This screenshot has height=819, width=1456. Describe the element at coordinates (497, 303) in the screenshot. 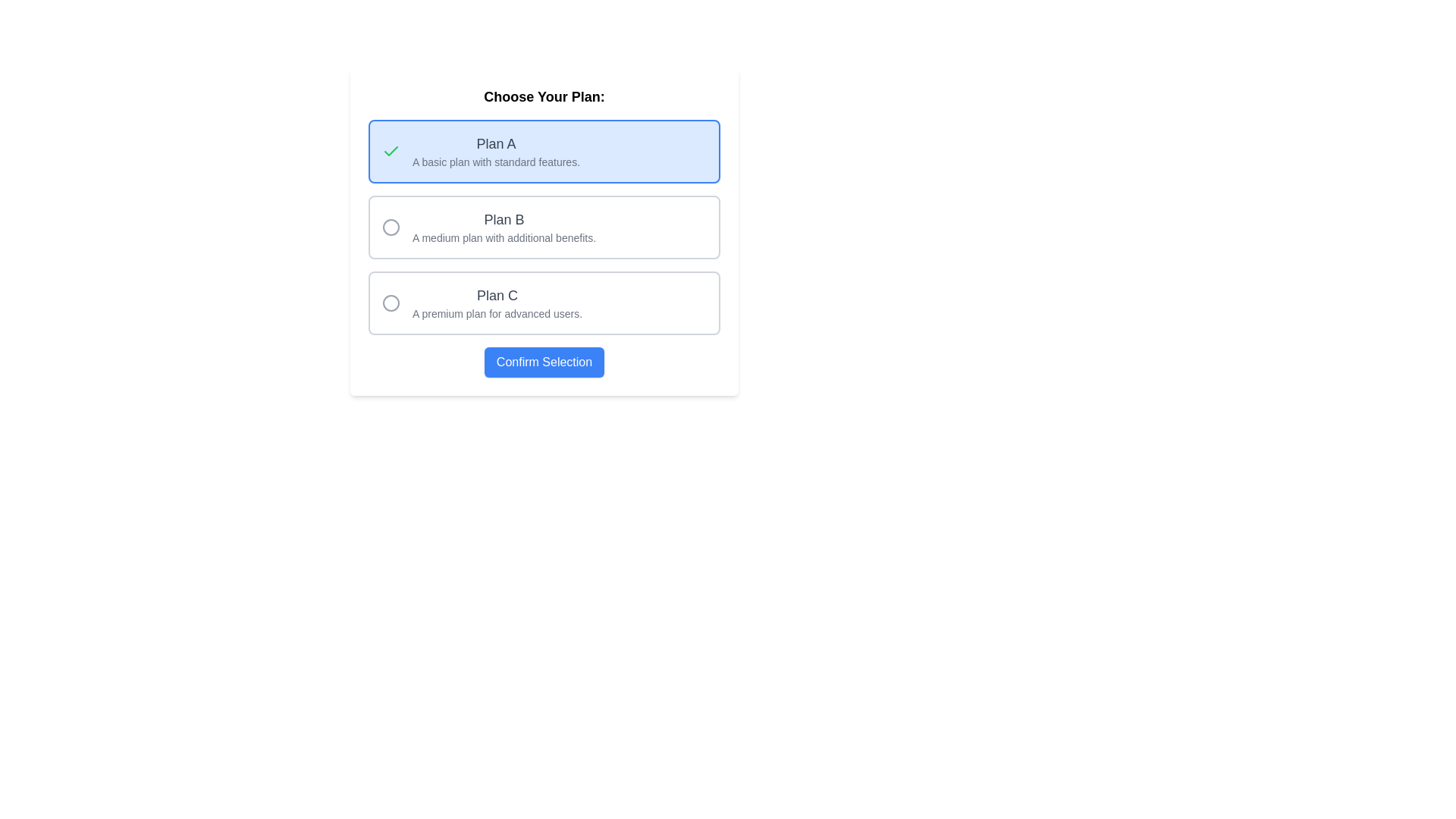

I see `the descriptive text element for the 'Plan C' option in the plan selection UI` at that location.